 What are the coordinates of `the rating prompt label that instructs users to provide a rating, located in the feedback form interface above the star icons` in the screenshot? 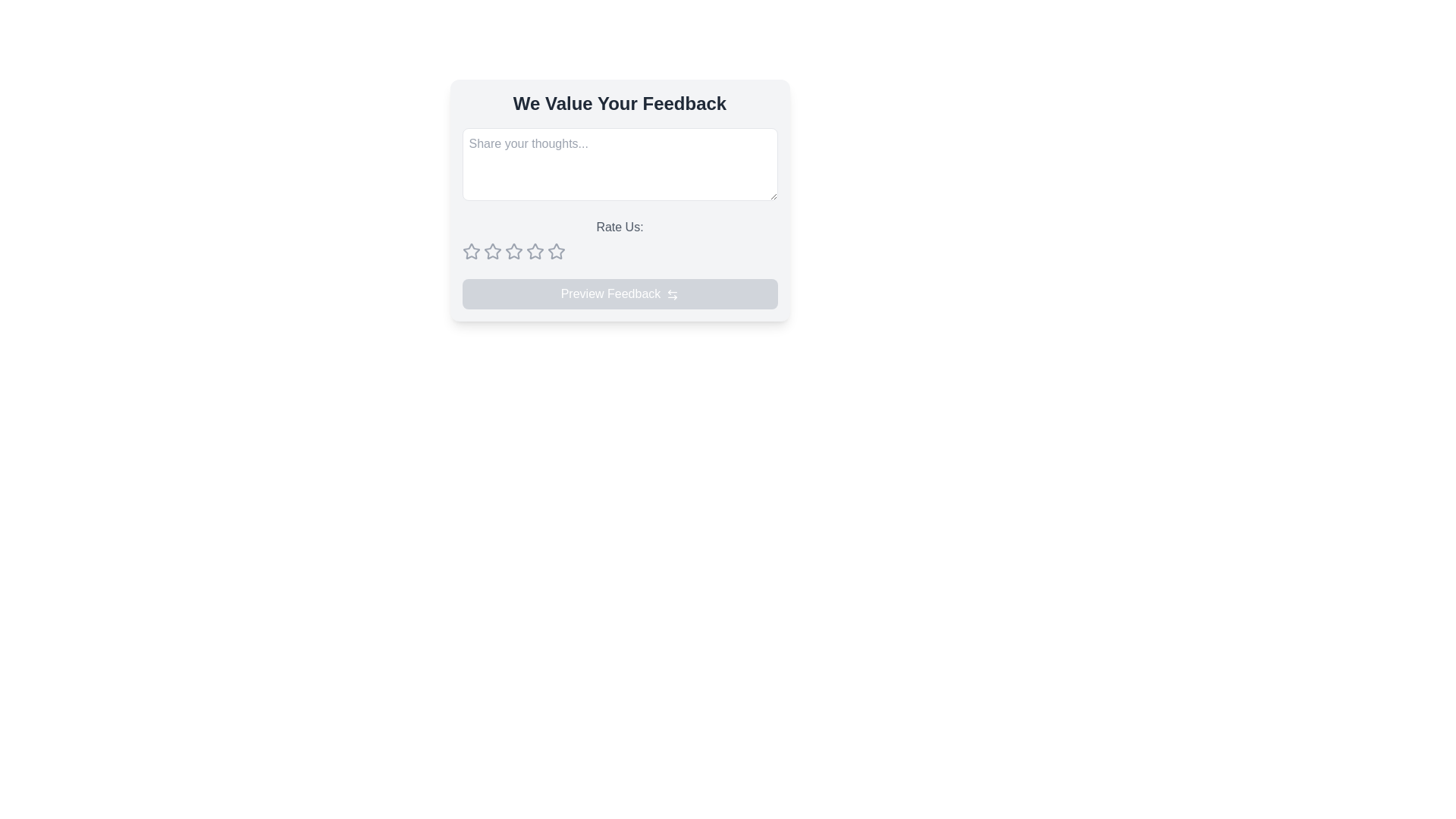 It's located at (620, 227).